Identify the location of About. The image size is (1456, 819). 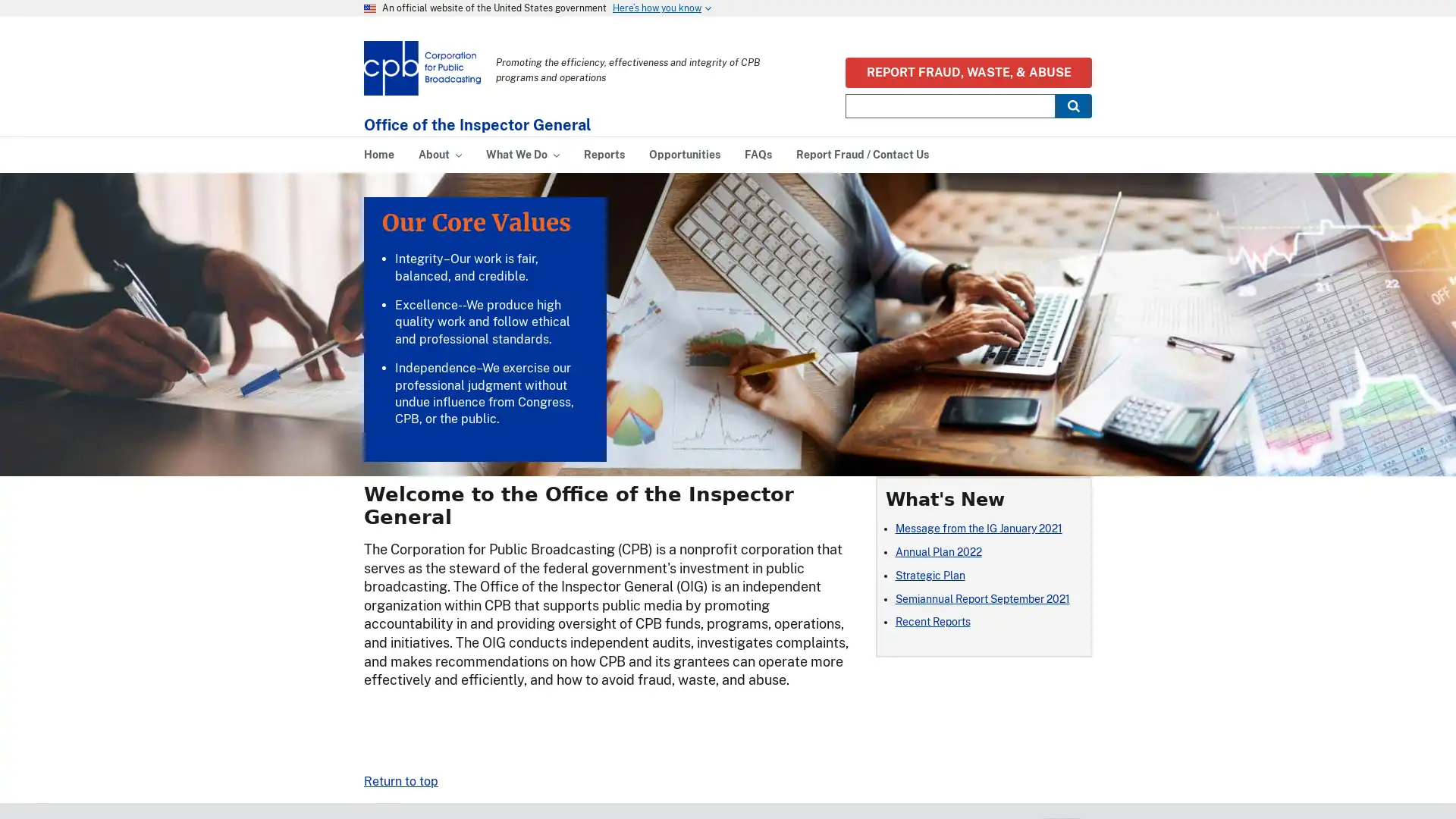
(439, 155).